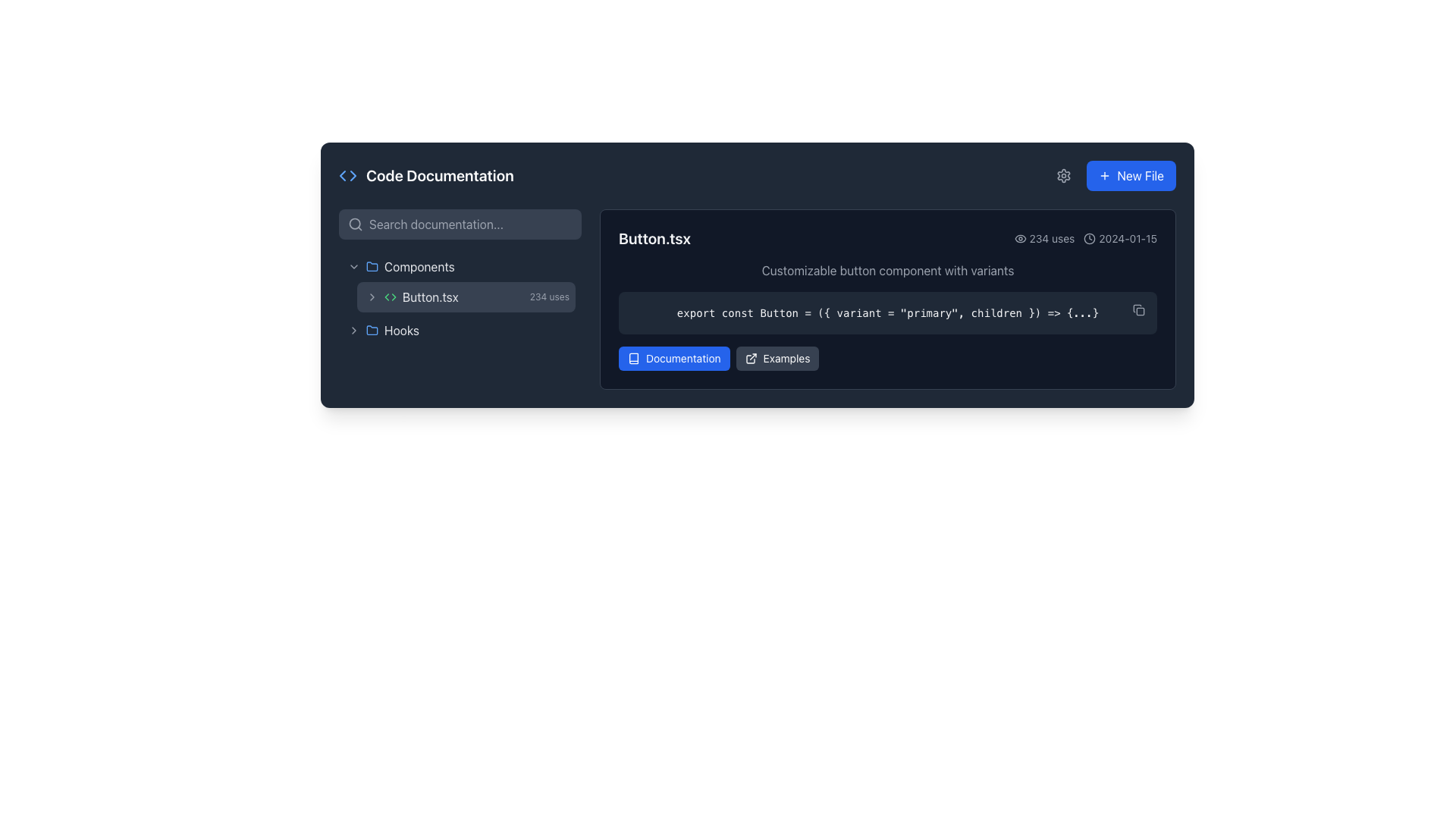  I want to click on the 'Button.tsx' file entry in the Components section, so click(457, 281).